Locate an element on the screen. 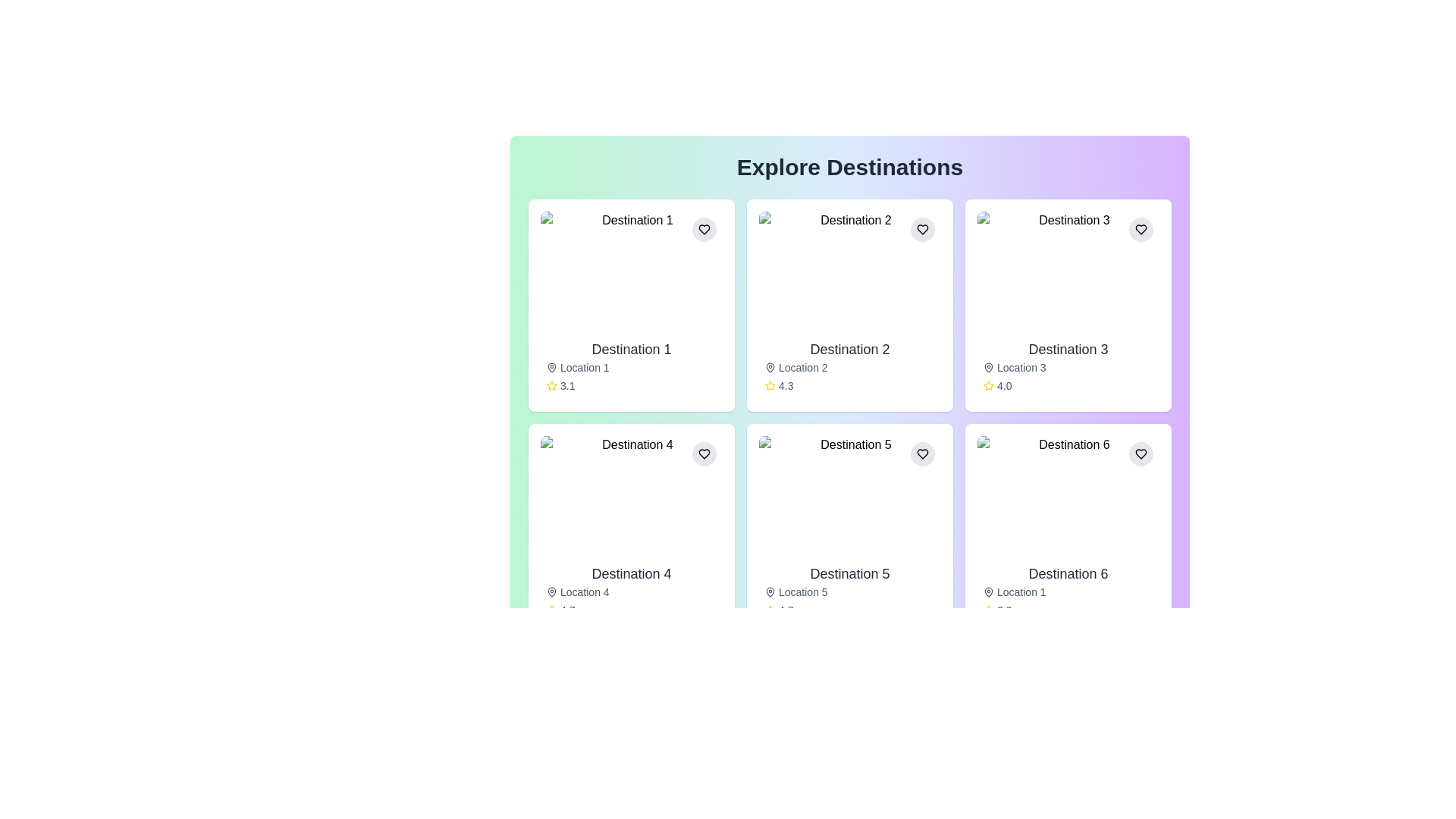 The image size is (1456, 819). the informational card for 'Destination 4' located in the second row, first column of the grid is located at coordinates (632, 529).